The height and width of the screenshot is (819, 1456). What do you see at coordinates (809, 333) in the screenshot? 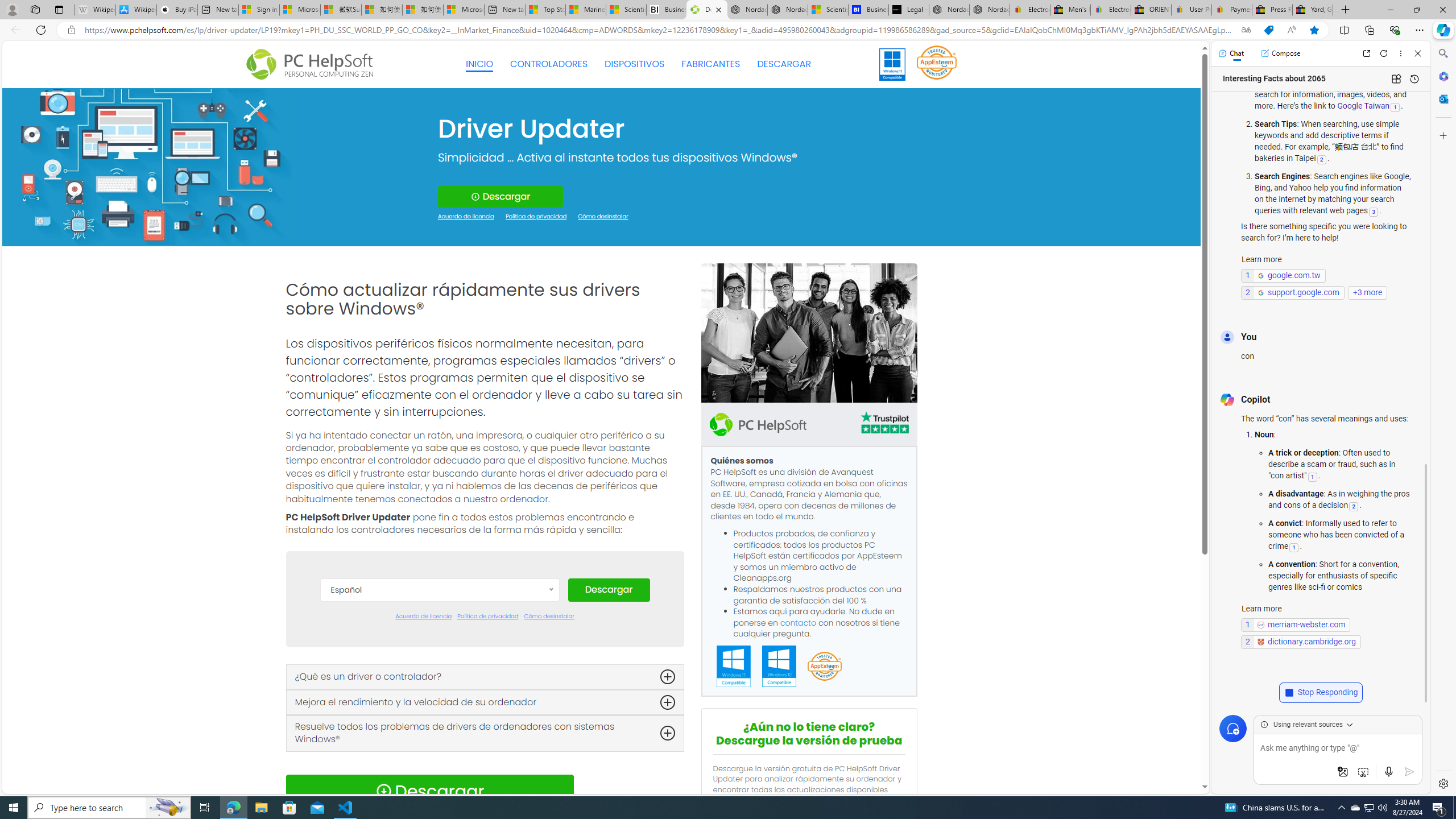
I see `'team'` at bounding box center [809, 333].